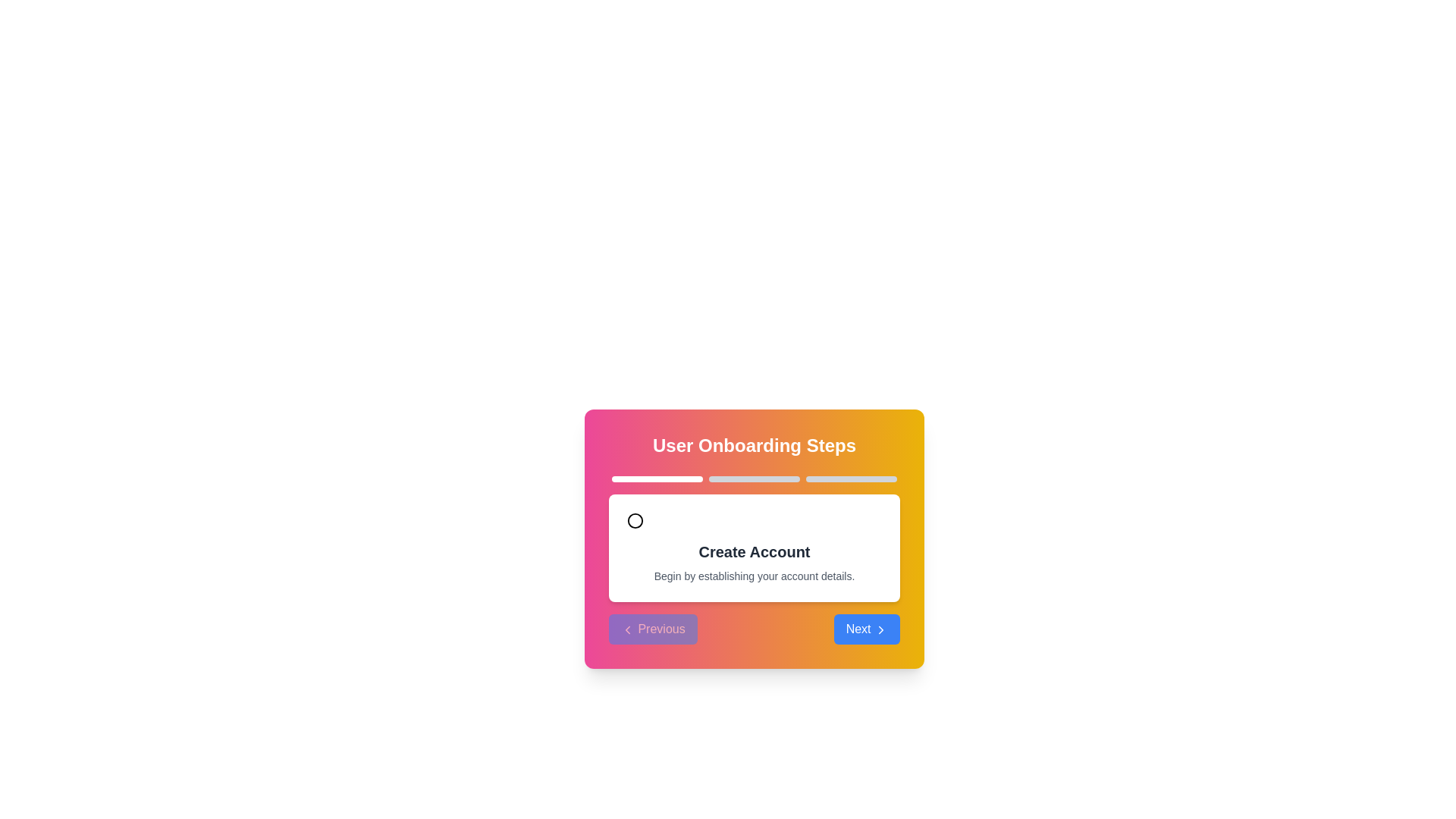  I want to click on the chevron icon within the 'Next' button located at the bottom-right corner of the card-like interface, which is blue with white text, so click(880, 629).